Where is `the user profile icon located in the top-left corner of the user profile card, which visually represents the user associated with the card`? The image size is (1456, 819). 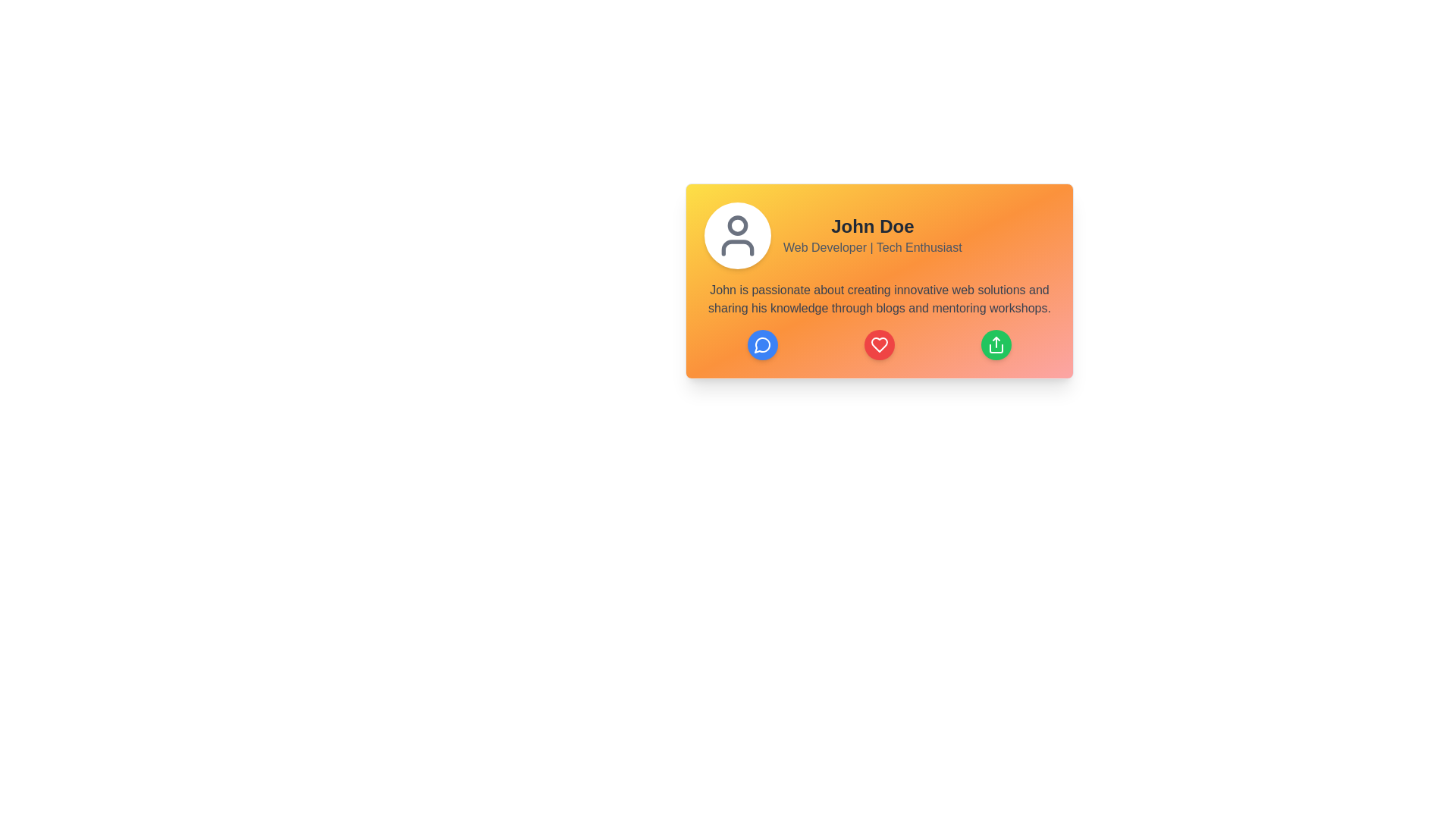 the user profile icon located in the top-left corner of the user profile card, which visually represents the user associated with the card is located at coordinates (738, 236).